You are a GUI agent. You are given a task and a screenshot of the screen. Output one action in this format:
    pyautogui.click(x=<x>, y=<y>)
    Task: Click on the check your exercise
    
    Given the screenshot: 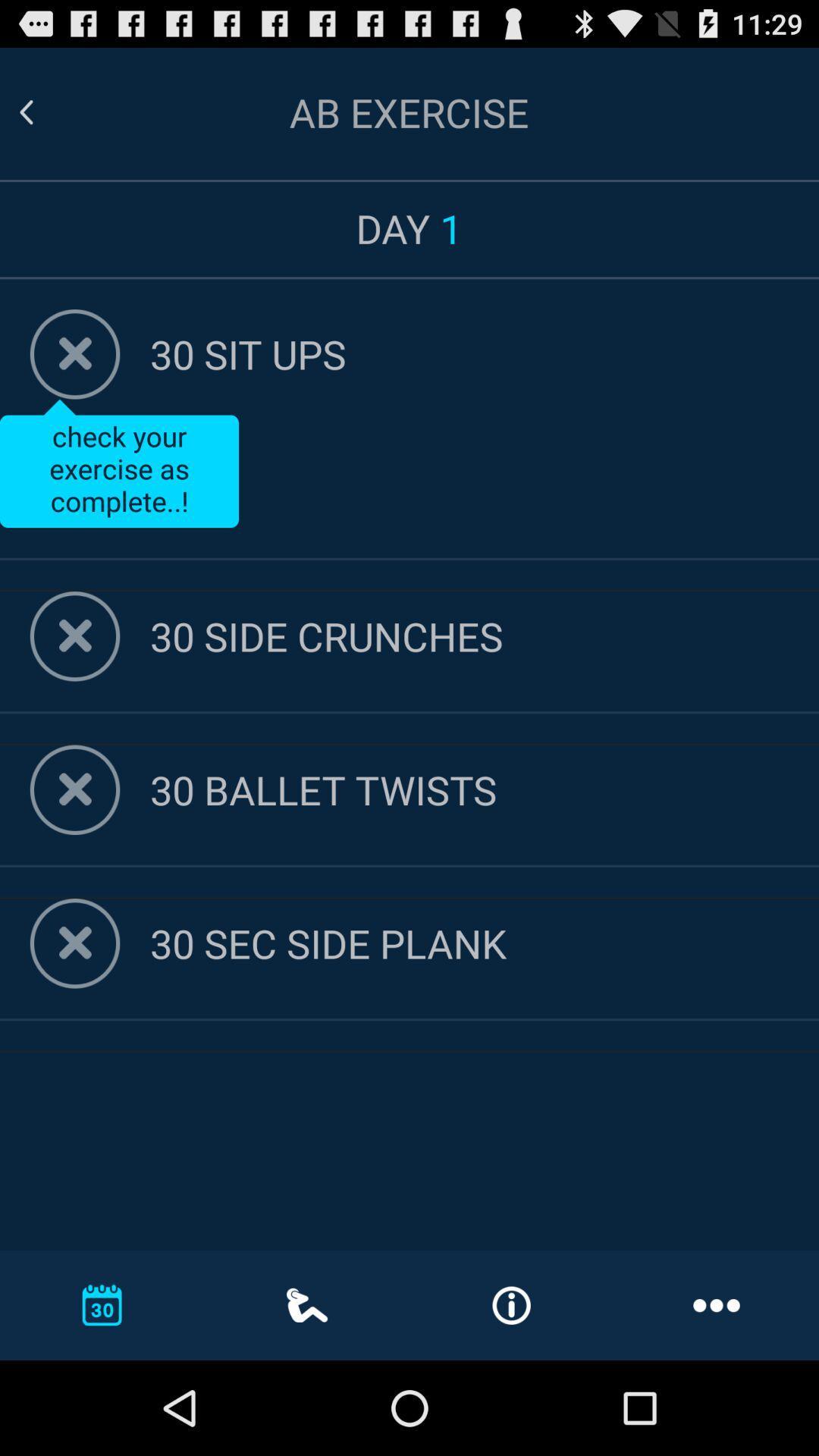 What is the action you would take?
    pyautogui.click(x=118, y=463)
    